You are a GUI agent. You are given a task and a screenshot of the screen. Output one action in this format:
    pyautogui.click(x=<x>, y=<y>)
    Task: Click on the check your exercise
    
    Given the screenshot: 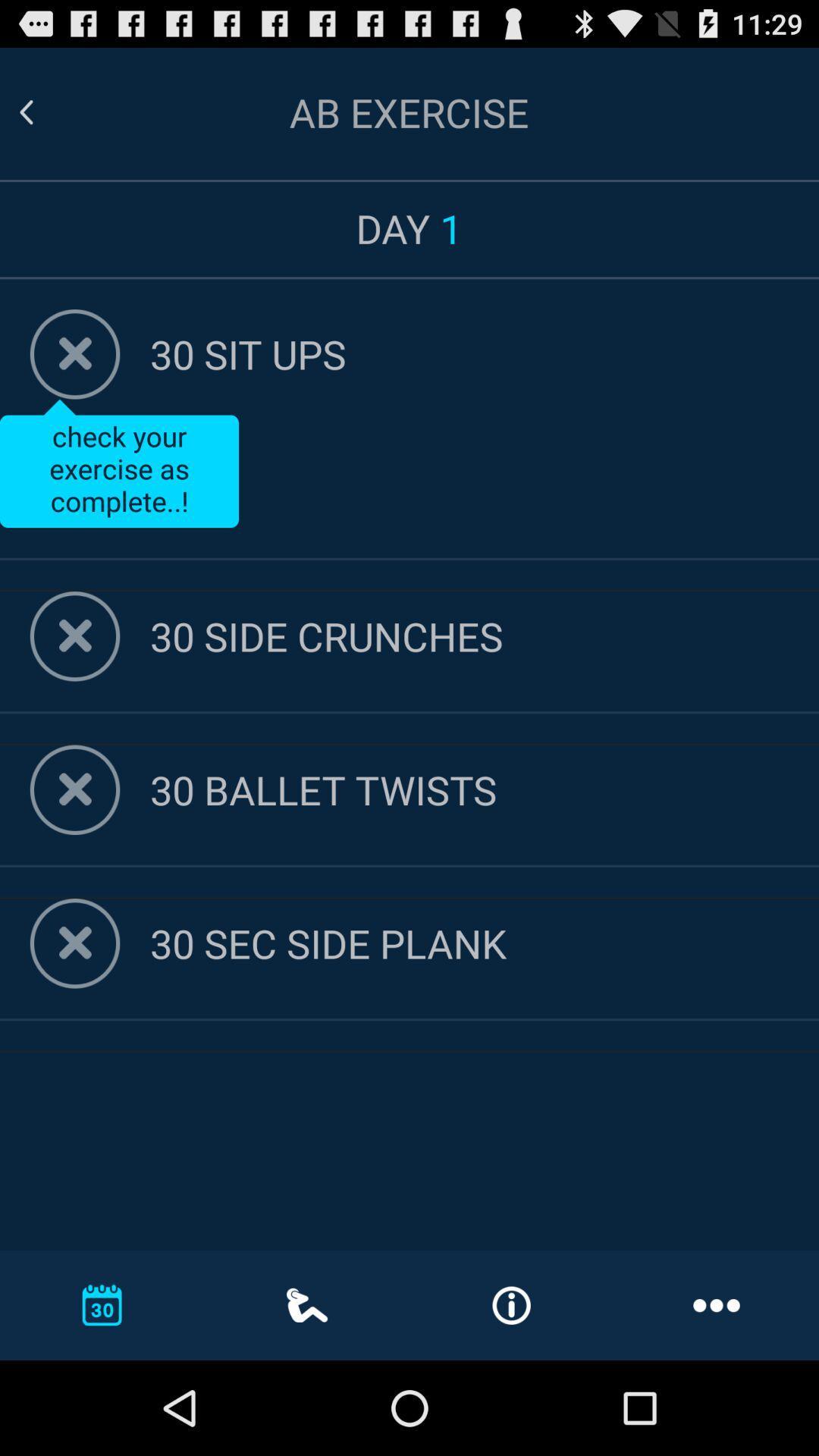 What is the action you would take?
    pyautogui.click(x=118, y=463)
    